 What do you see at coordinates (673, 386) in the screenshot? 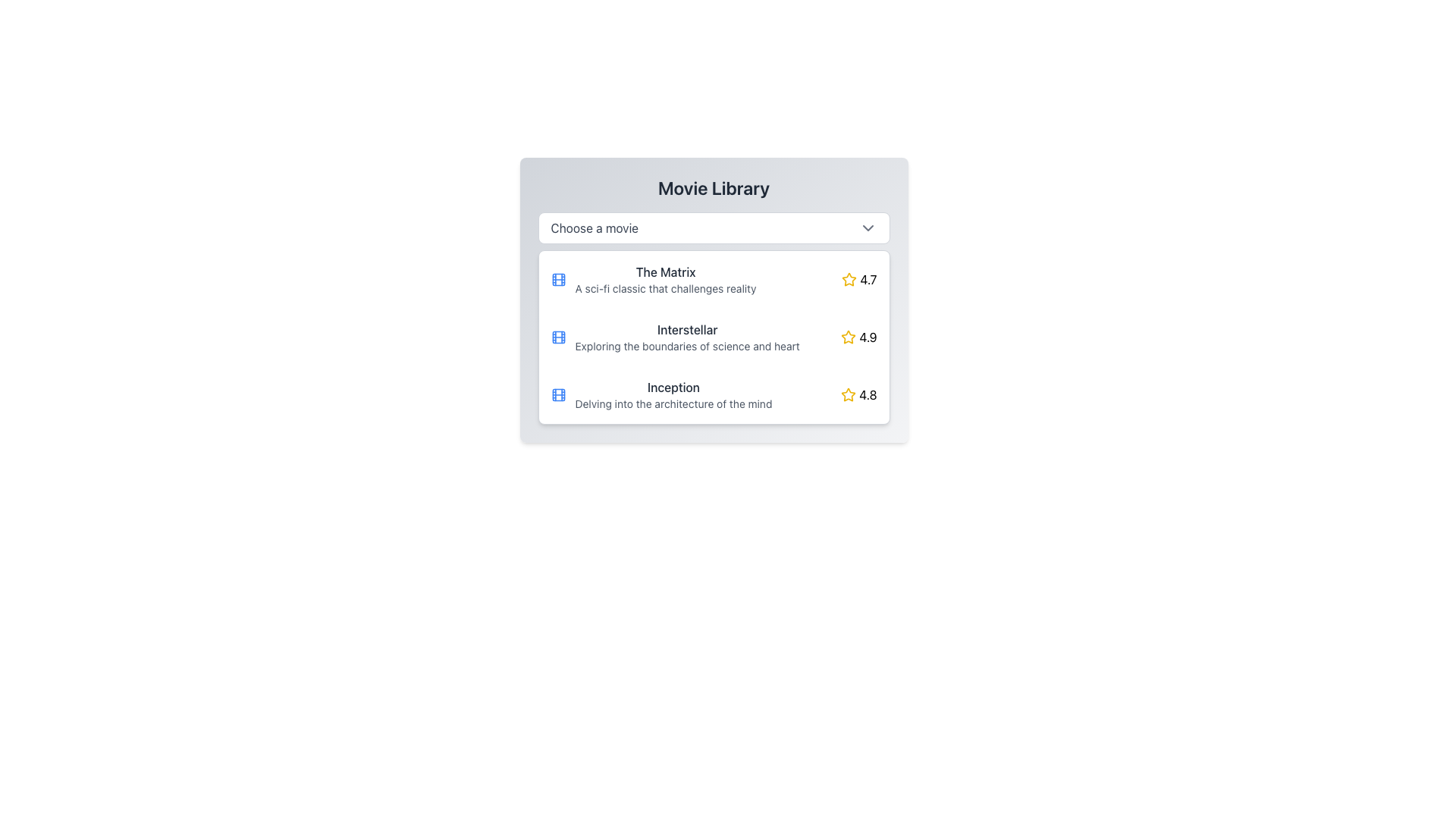
I see `the title text of the movie 'Inception' located in the third entry of the movie list` at bounding box center [673, 386].